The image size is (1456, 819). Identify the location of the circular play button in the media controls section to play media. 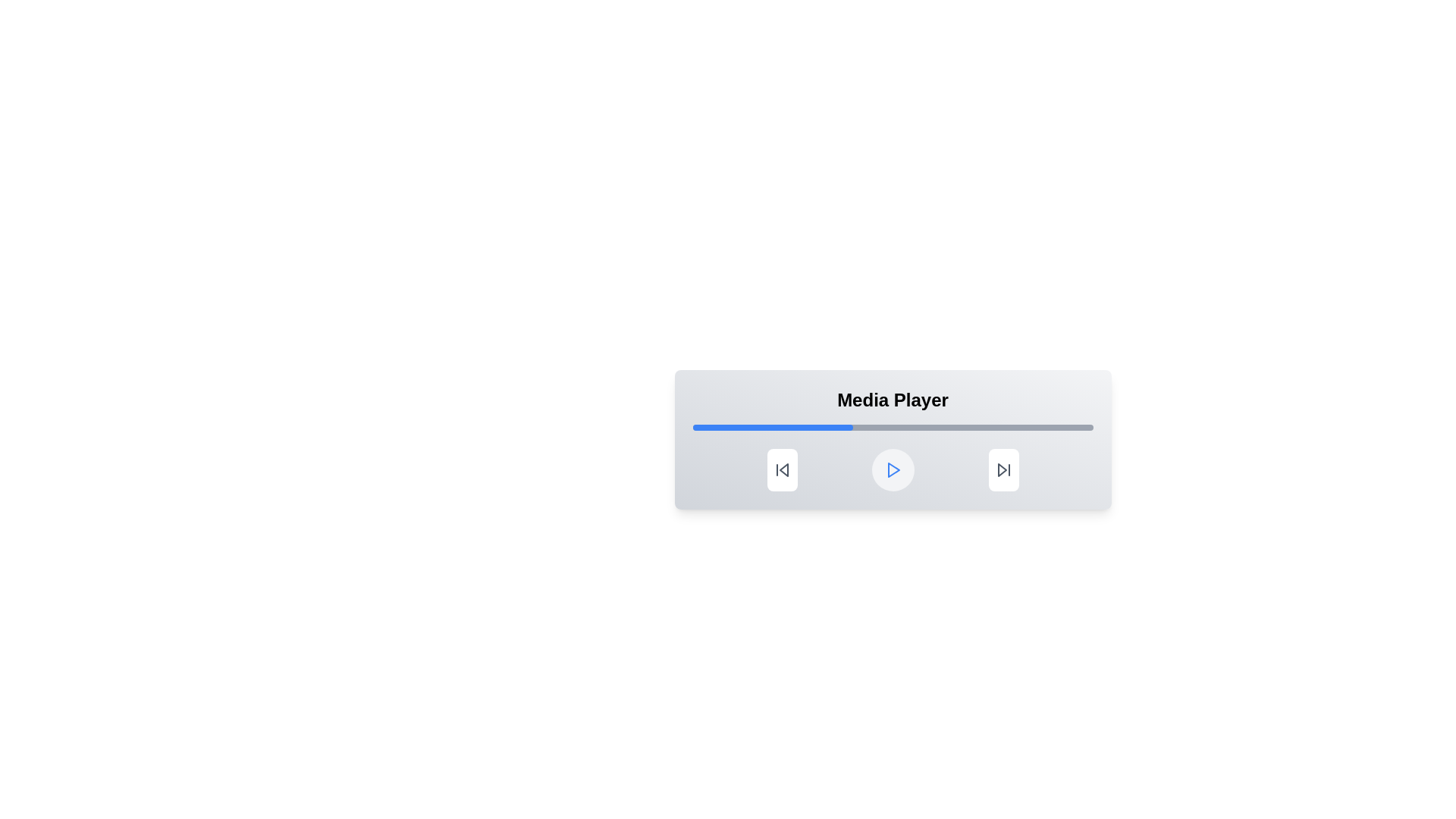
(893, 457).